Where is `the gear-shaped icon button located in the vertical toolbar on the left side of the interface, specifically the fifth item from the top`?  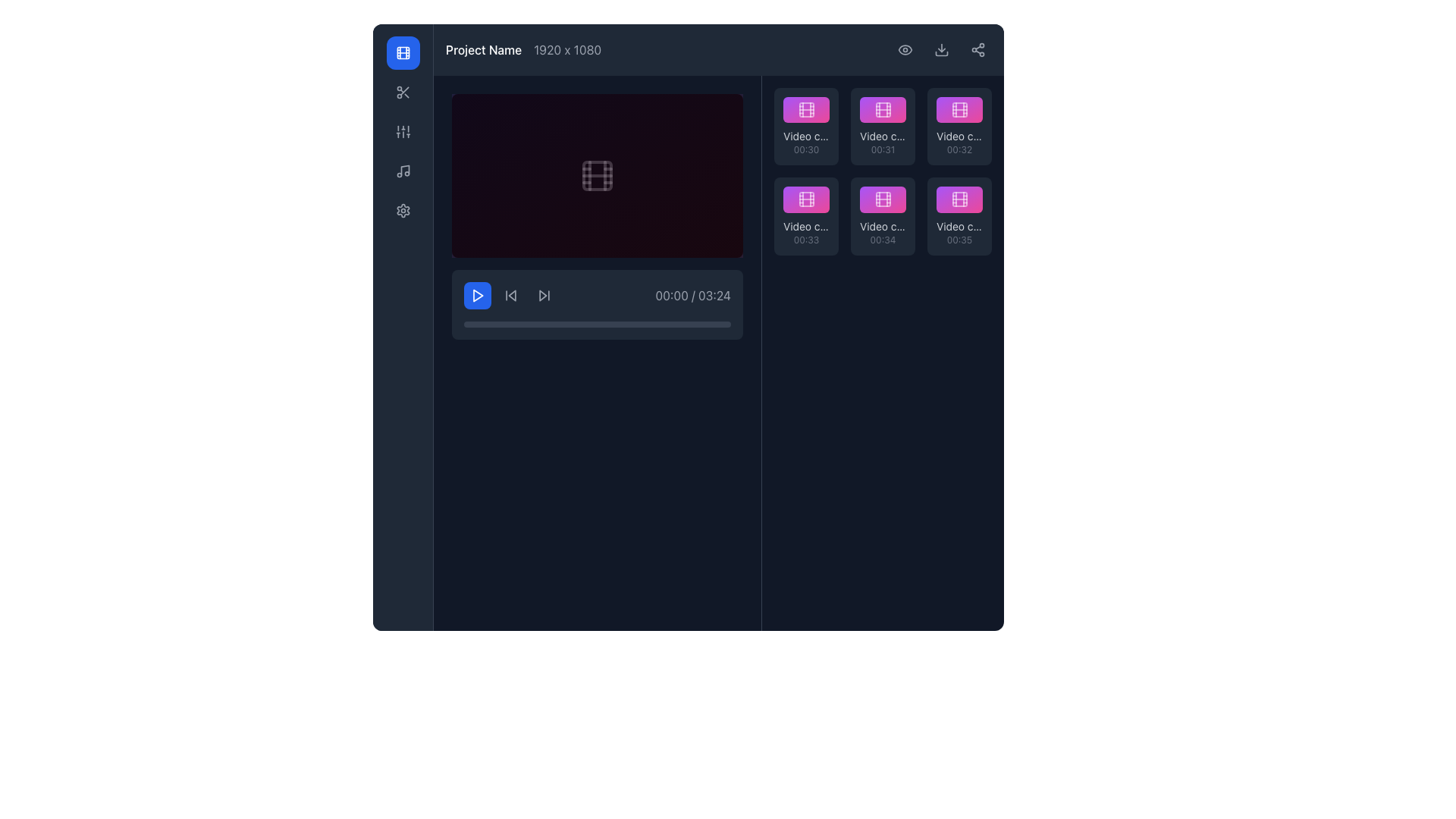 the gear-shaped icon button located in the vertical toolbar on the left side of the interface, specifically the fifth item from the top is located at coordinates (403, 210).